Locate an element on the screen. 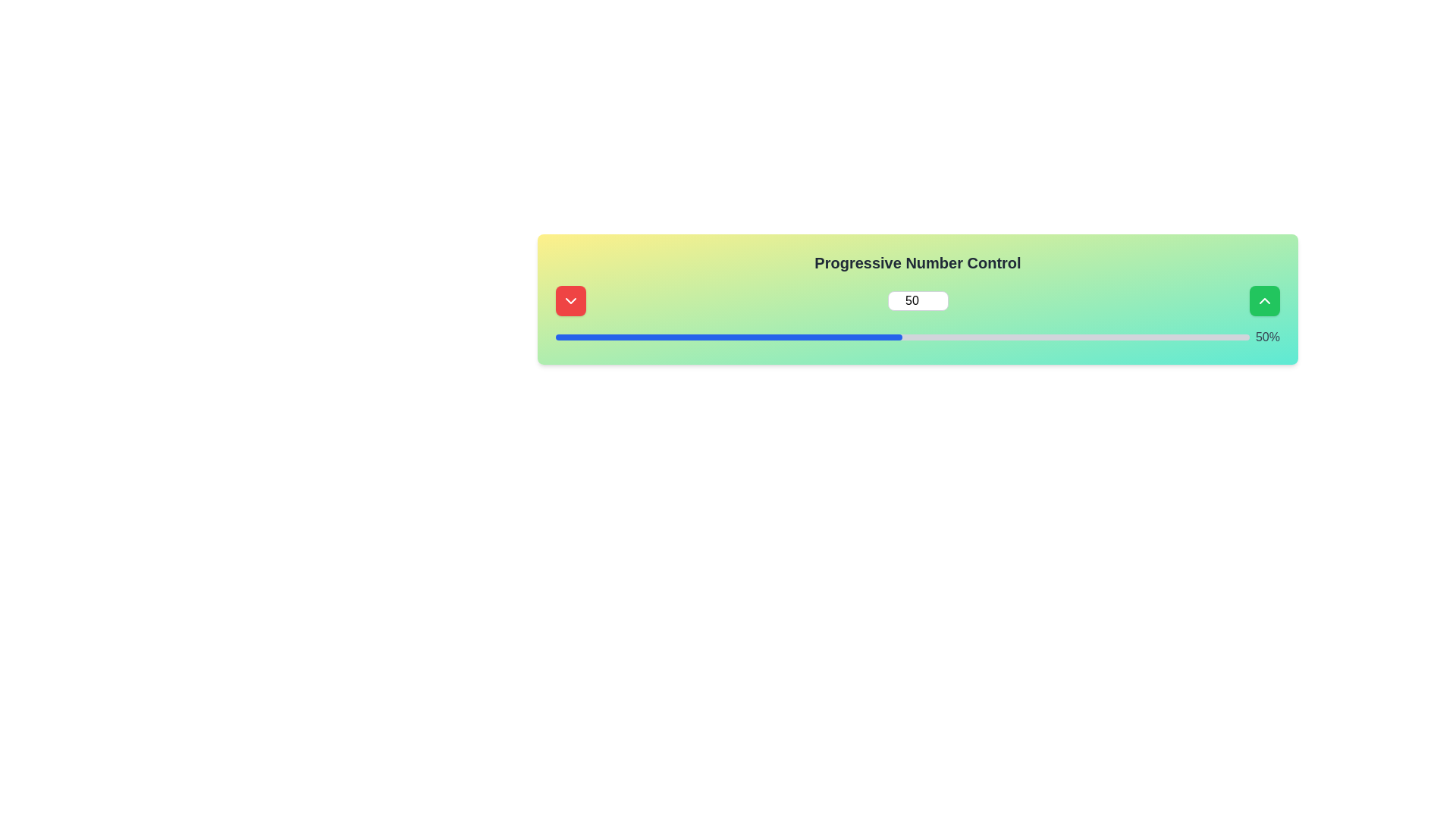 The width and height of the screenshot is (1456, 819). the small triangular 'up' arrow icon with a green background located in the bottom right corner of the gradient-colored rectangular panel to increment is located at coordinates (1265, 301).